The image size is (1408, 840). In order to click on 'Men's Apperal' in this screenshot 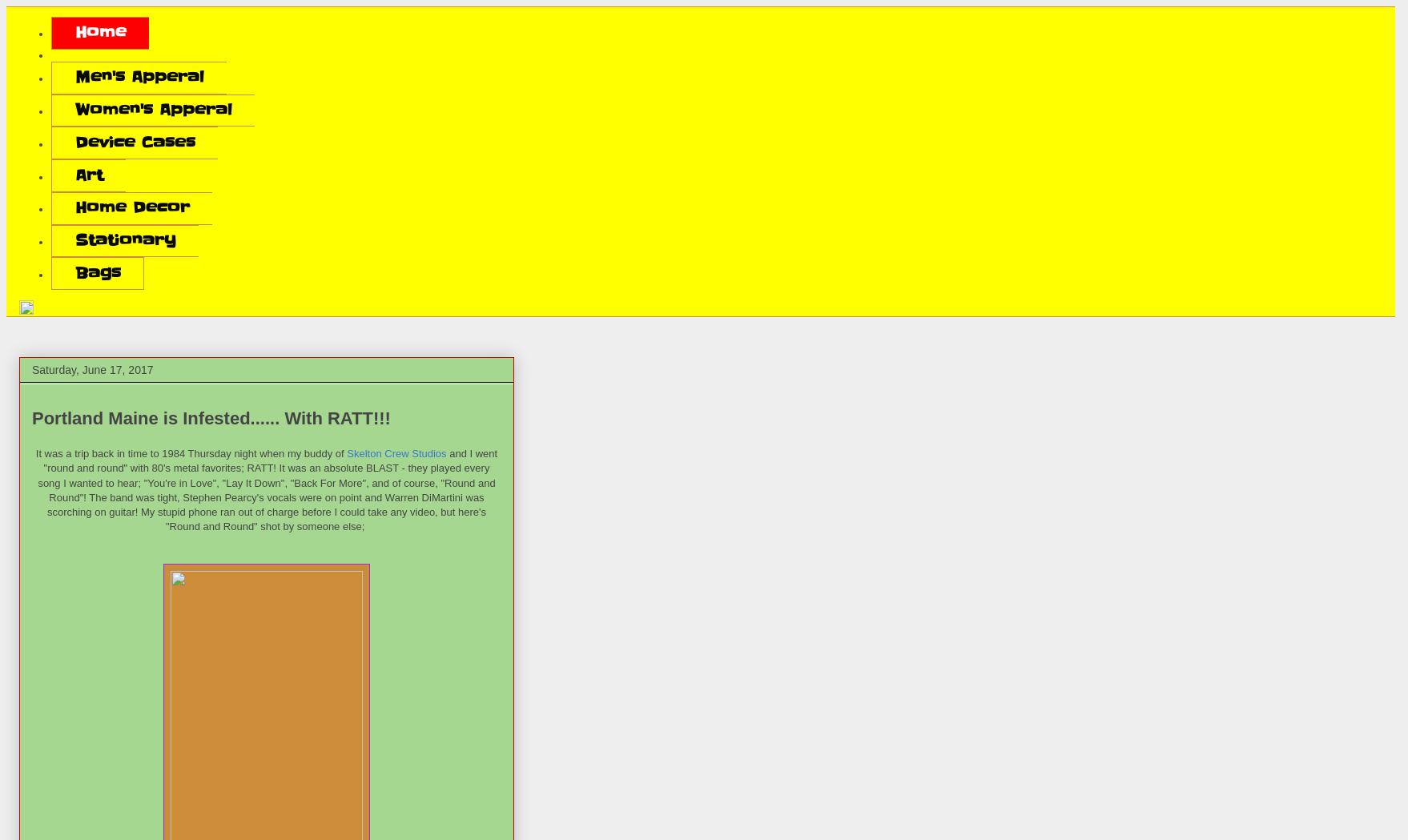, I will do `click(138, 76)`.